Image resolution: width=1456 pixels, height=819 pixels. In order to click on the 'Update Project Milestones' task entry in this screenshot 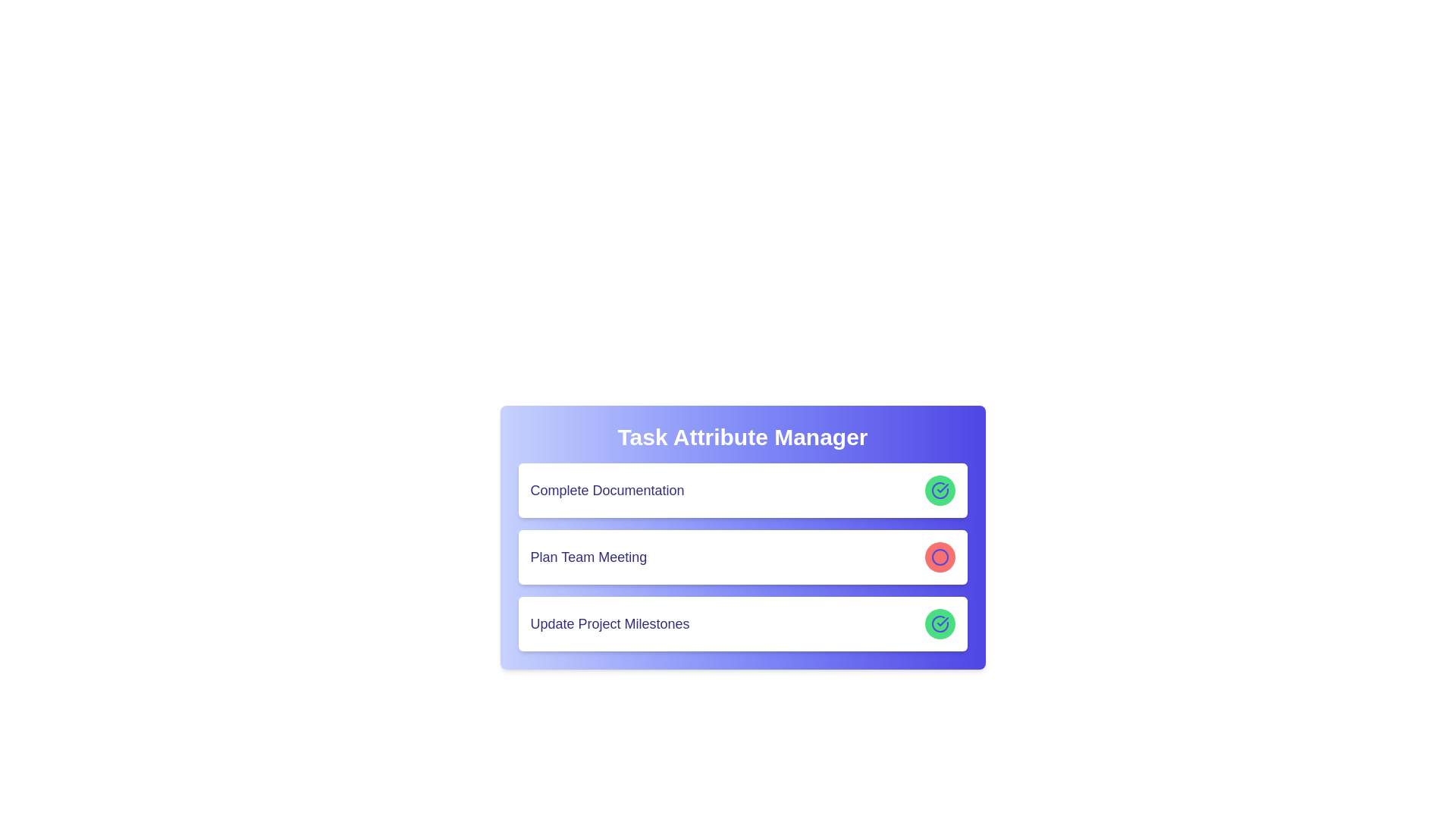, I will do `click(742, 623)`.